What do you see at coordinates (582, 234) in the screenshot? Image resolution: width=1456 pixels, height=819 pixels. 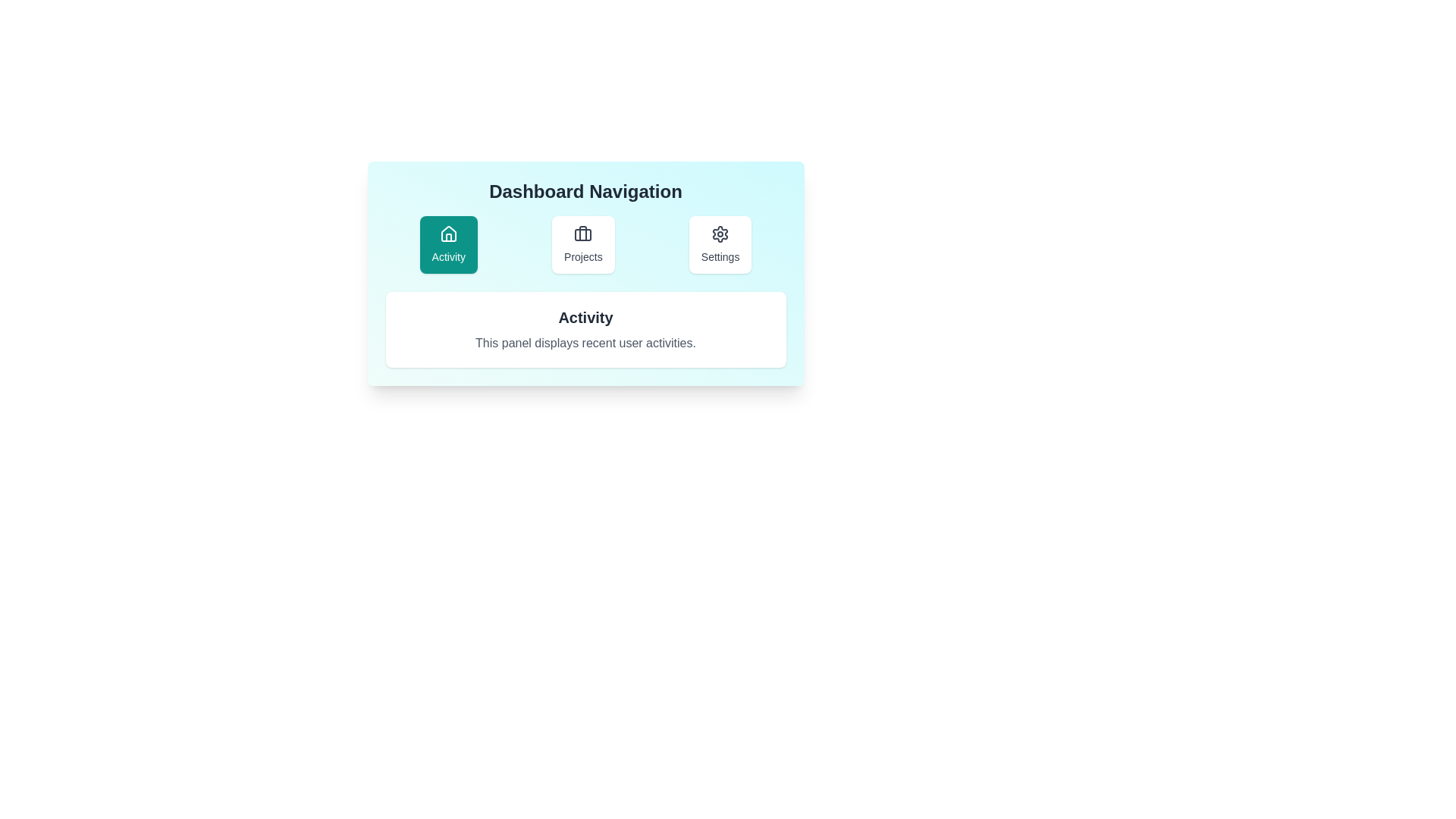 I see `the vertical line segment of the 'Projects' icon located in the center of the button group in the dashboard navigation panel` at bounding box center [582, 234].